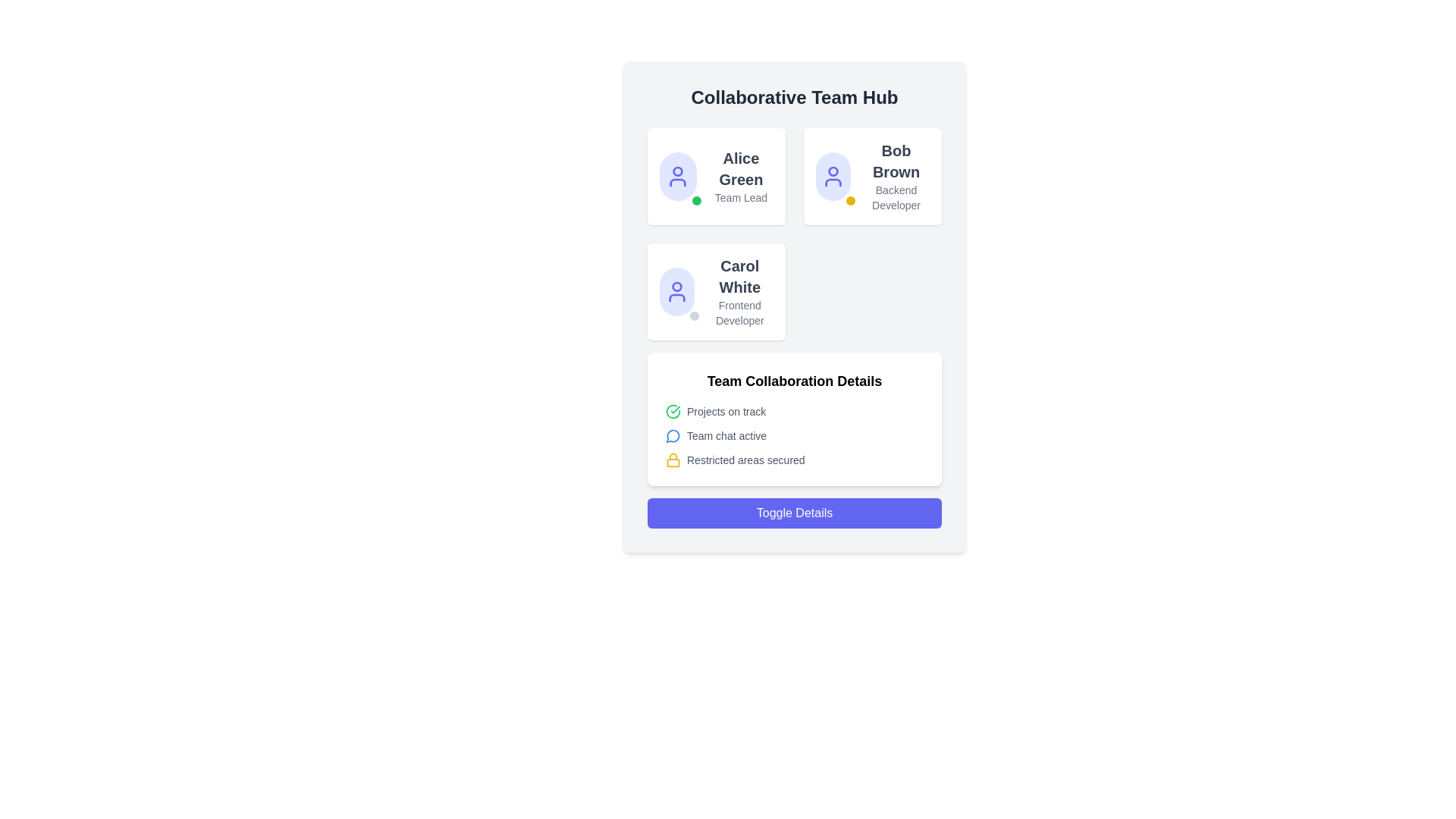 The image size is (1456, 819). Describe the element at coordinates (716, 175) in the screenshot. I see `the team member card for 'Alice Green', which features a circular avatar, a green status indicator, and displays 'Alice Green' in bold with the role 'Team Lead' beneath` at that location.